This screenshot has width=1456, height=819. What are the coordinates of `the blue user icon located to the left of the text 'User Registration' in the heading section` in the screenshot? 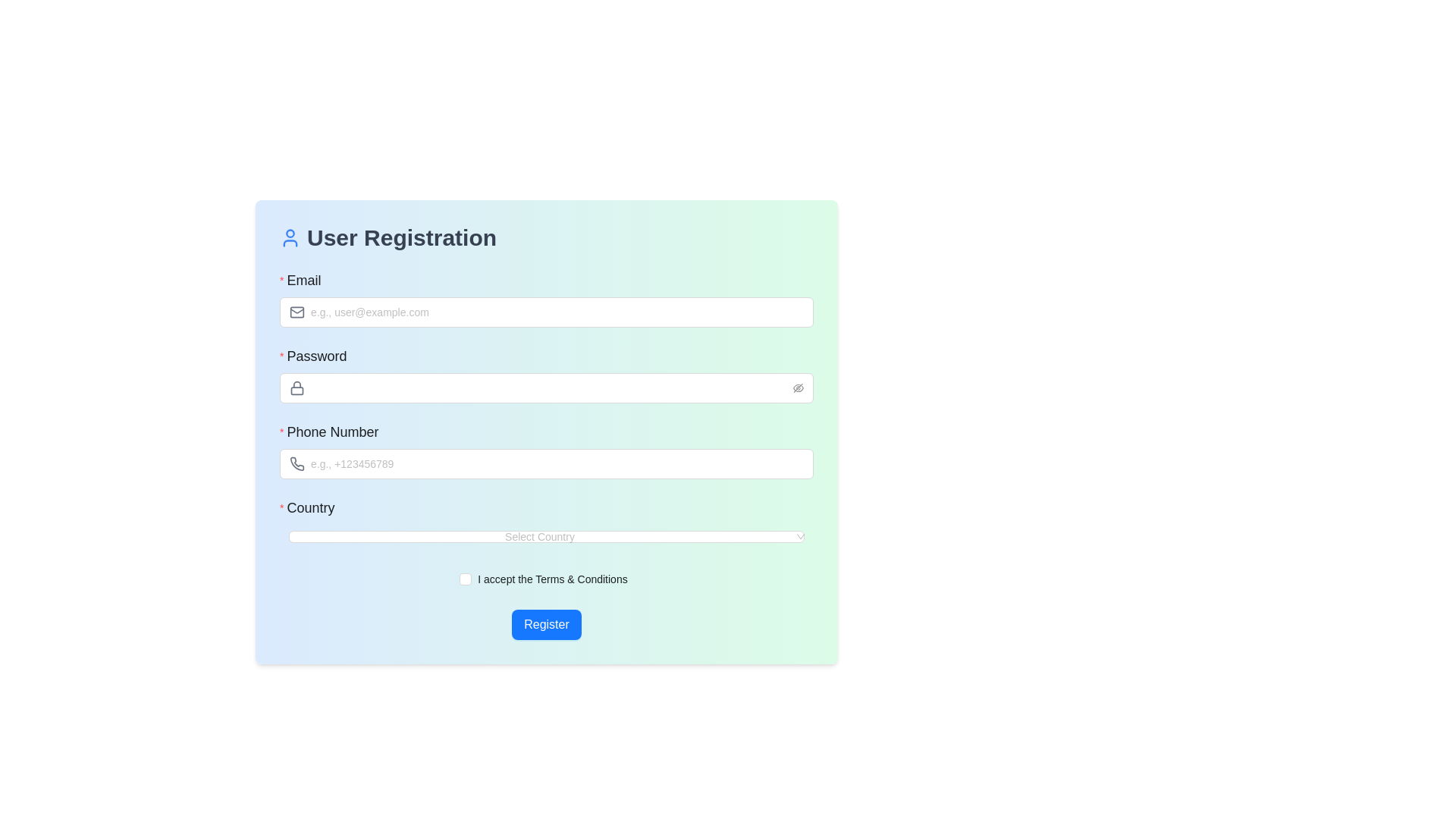 It's located at (290, 237).